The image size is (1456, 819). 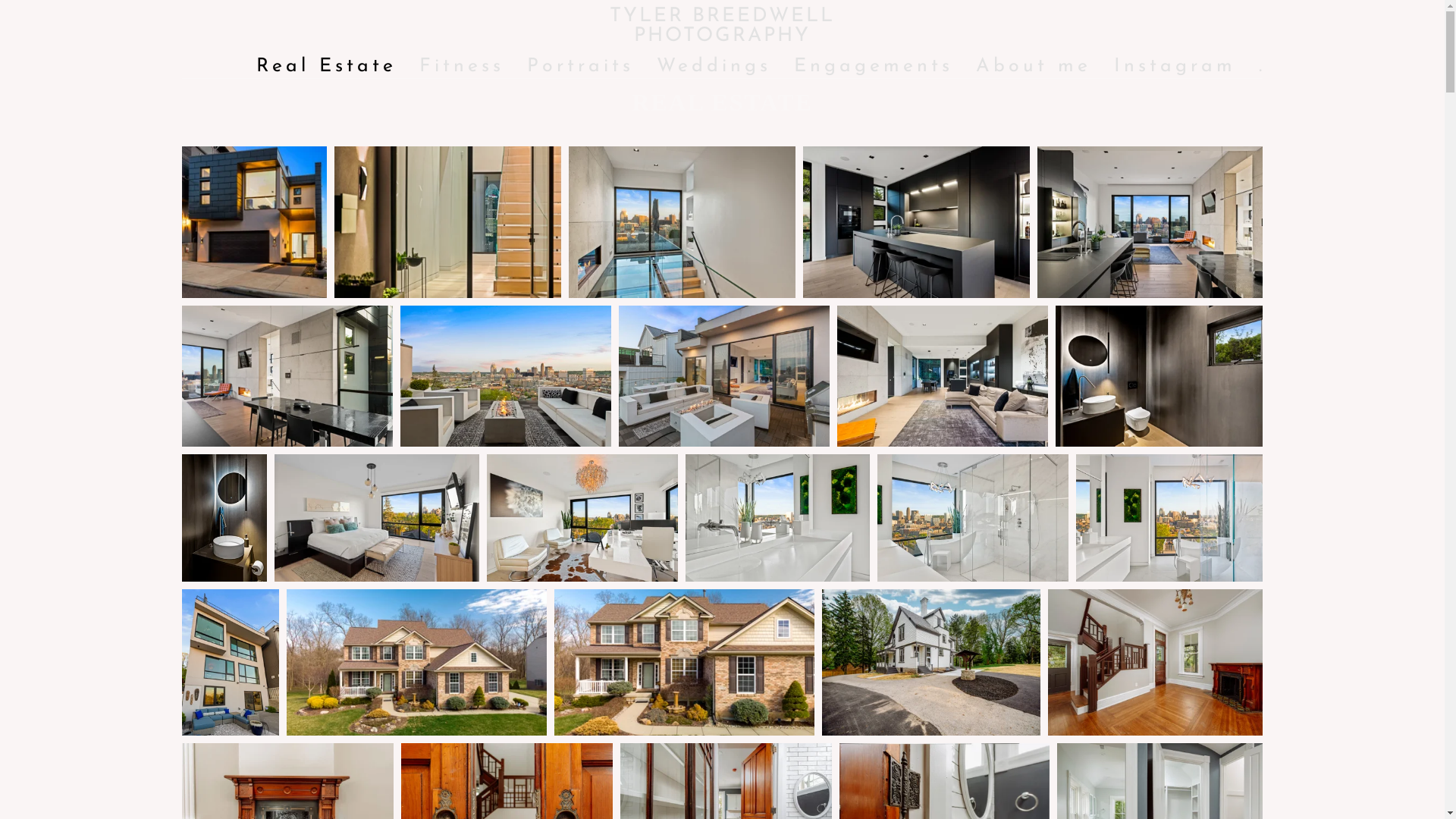 I want to click on 'Fitness', so click(x=461, y=65).